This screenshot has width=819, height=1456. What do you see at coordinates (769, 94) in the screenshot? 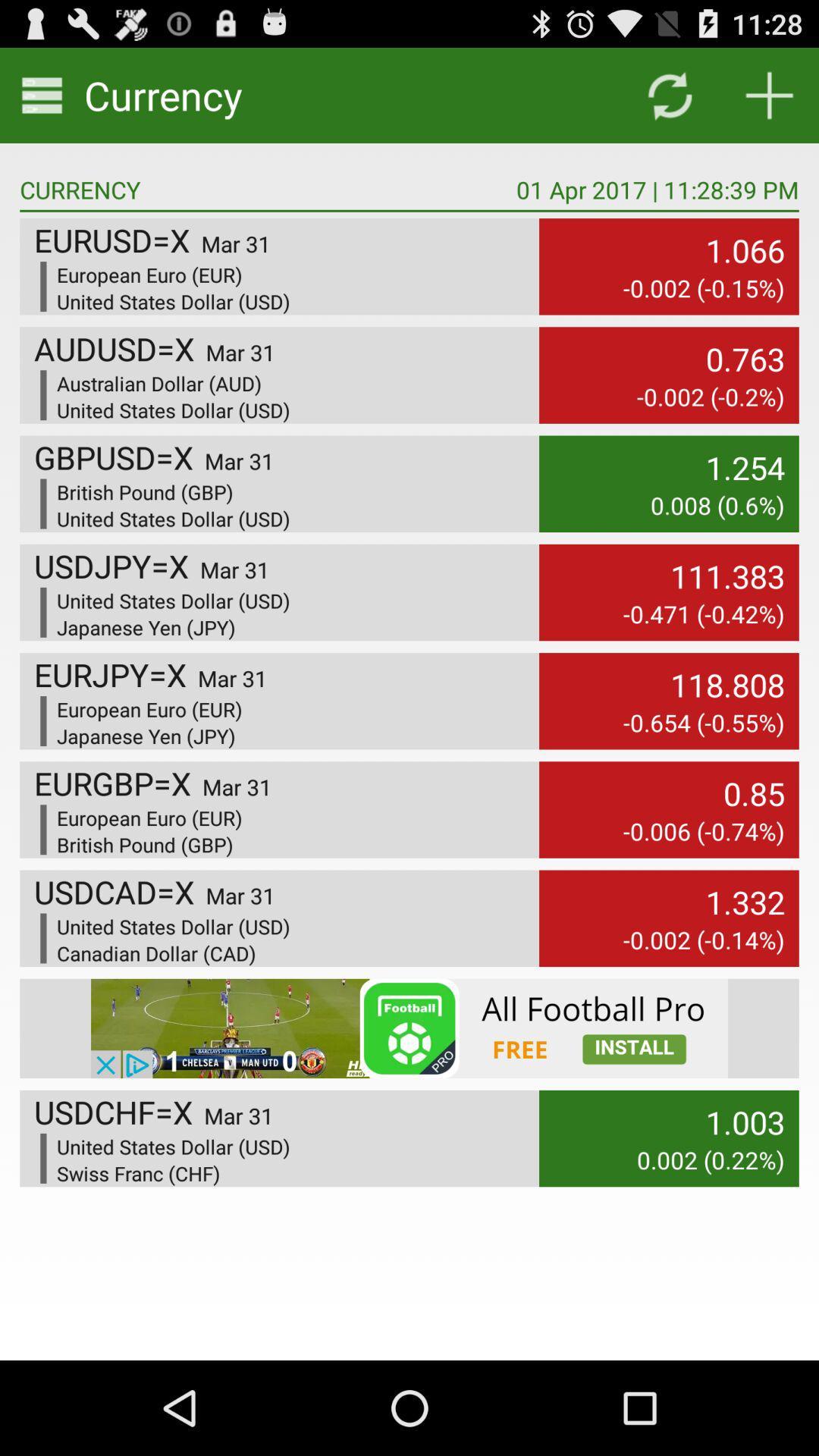
I see `element` at bounding box center [769, 94].